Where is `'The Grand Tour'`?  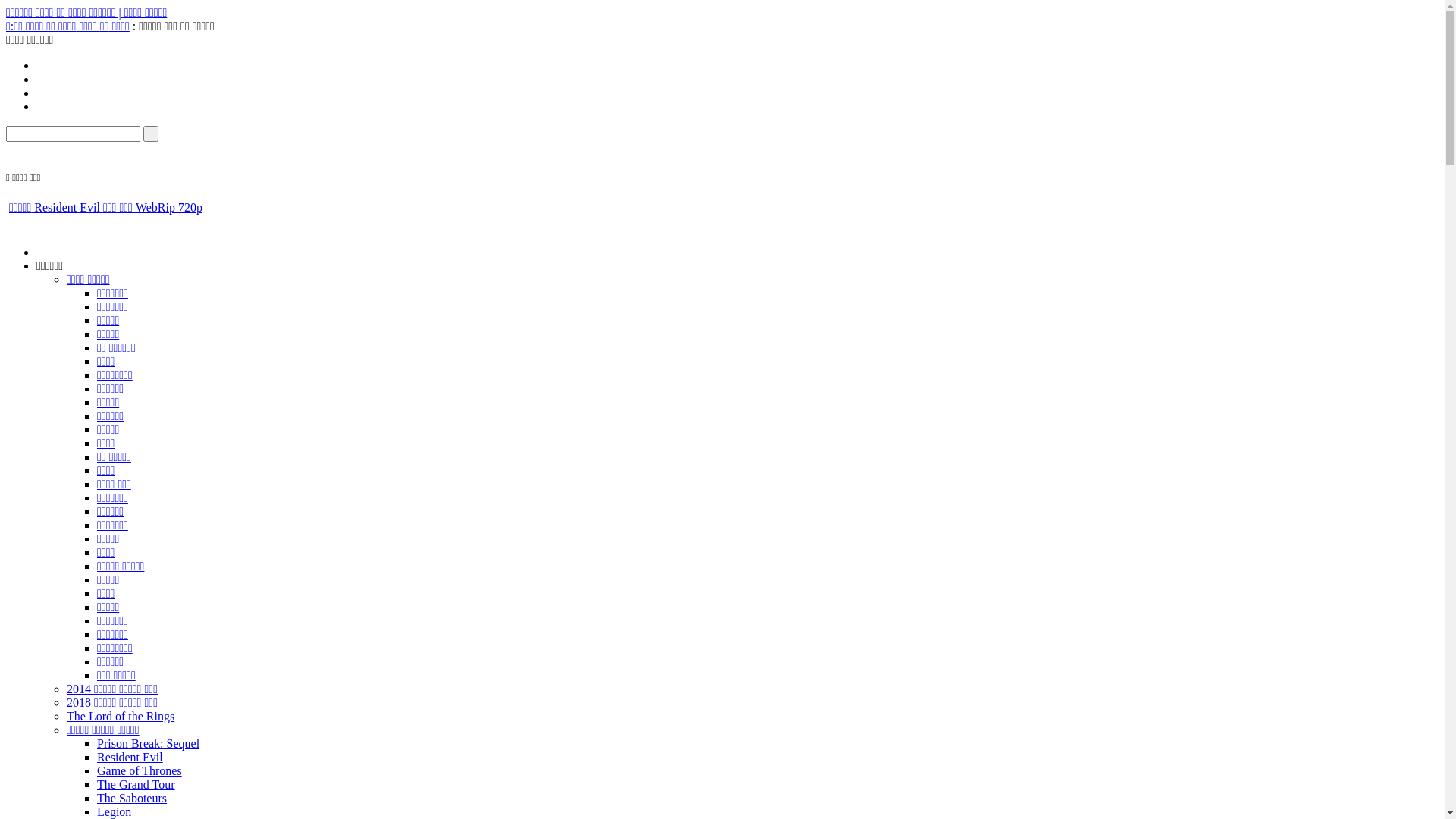 'The Grand Tour' is located at coordinates (136, 784).